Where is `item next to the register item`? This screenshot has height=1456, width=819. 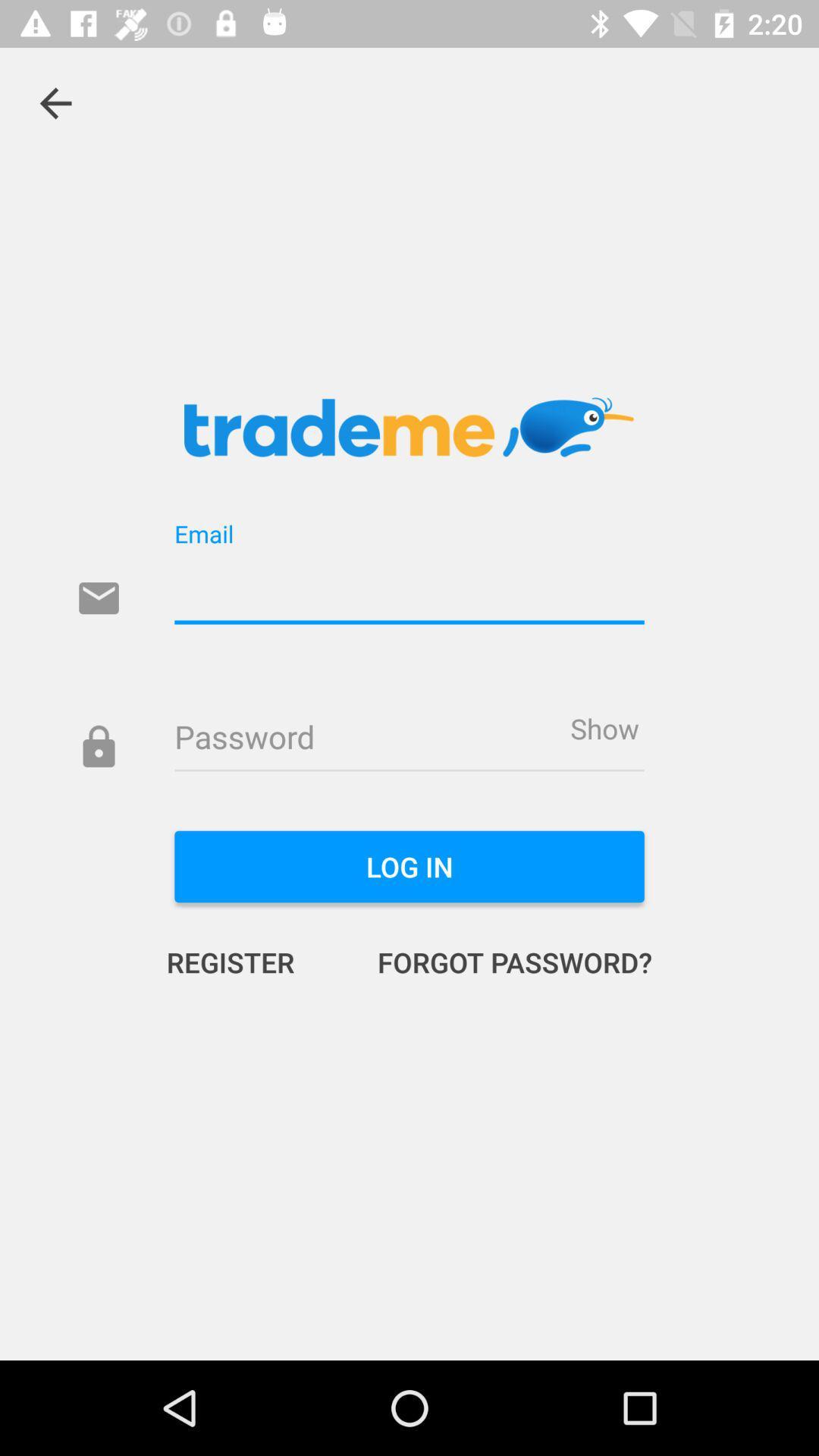 item next to the register item is located at coordinates (499, 961).